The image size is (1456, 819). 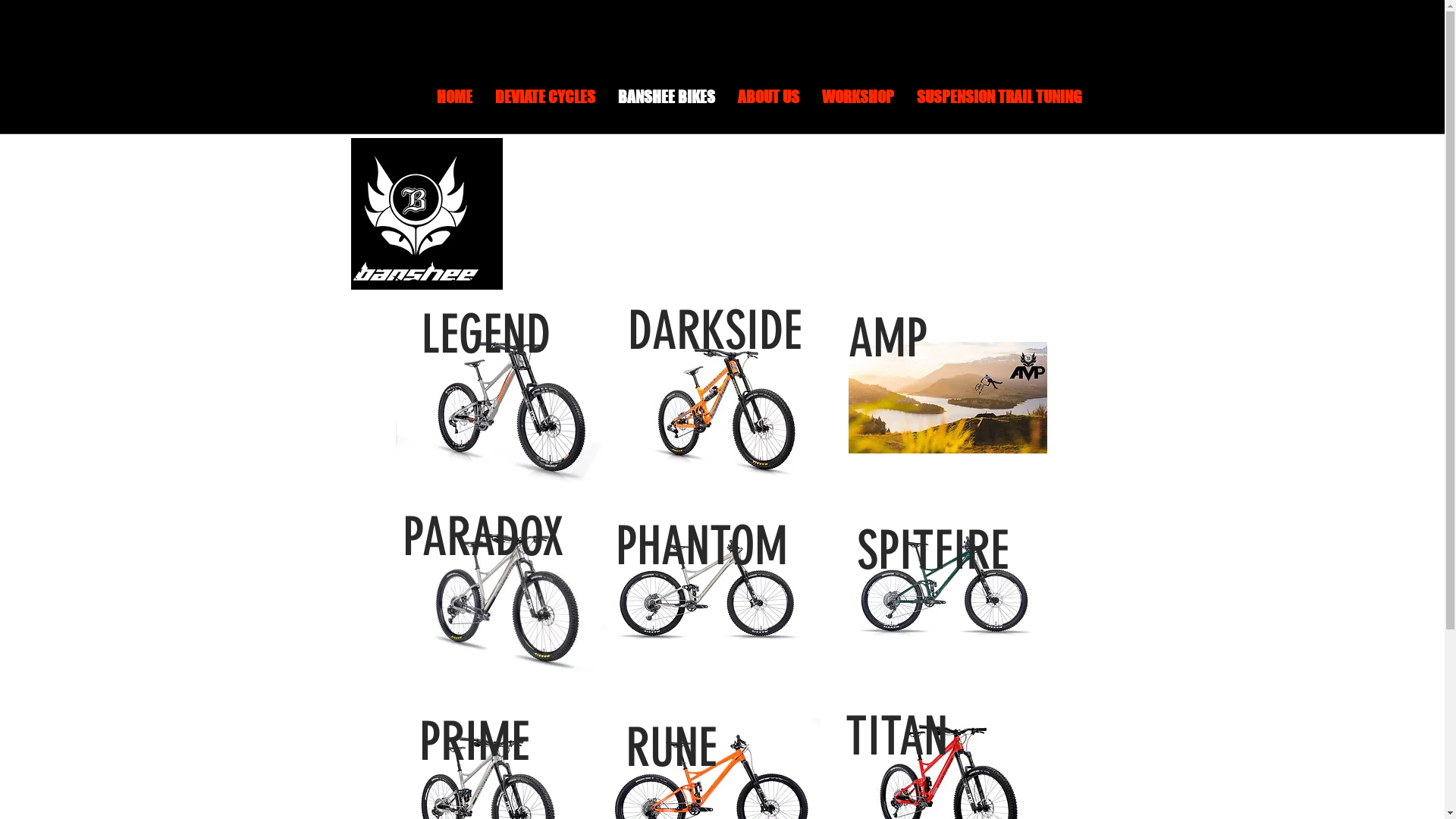 What do you see at coordinates (857, 106) in the screenshot?
I see `'WORKSHOP'` at bounding box center [857, 106].